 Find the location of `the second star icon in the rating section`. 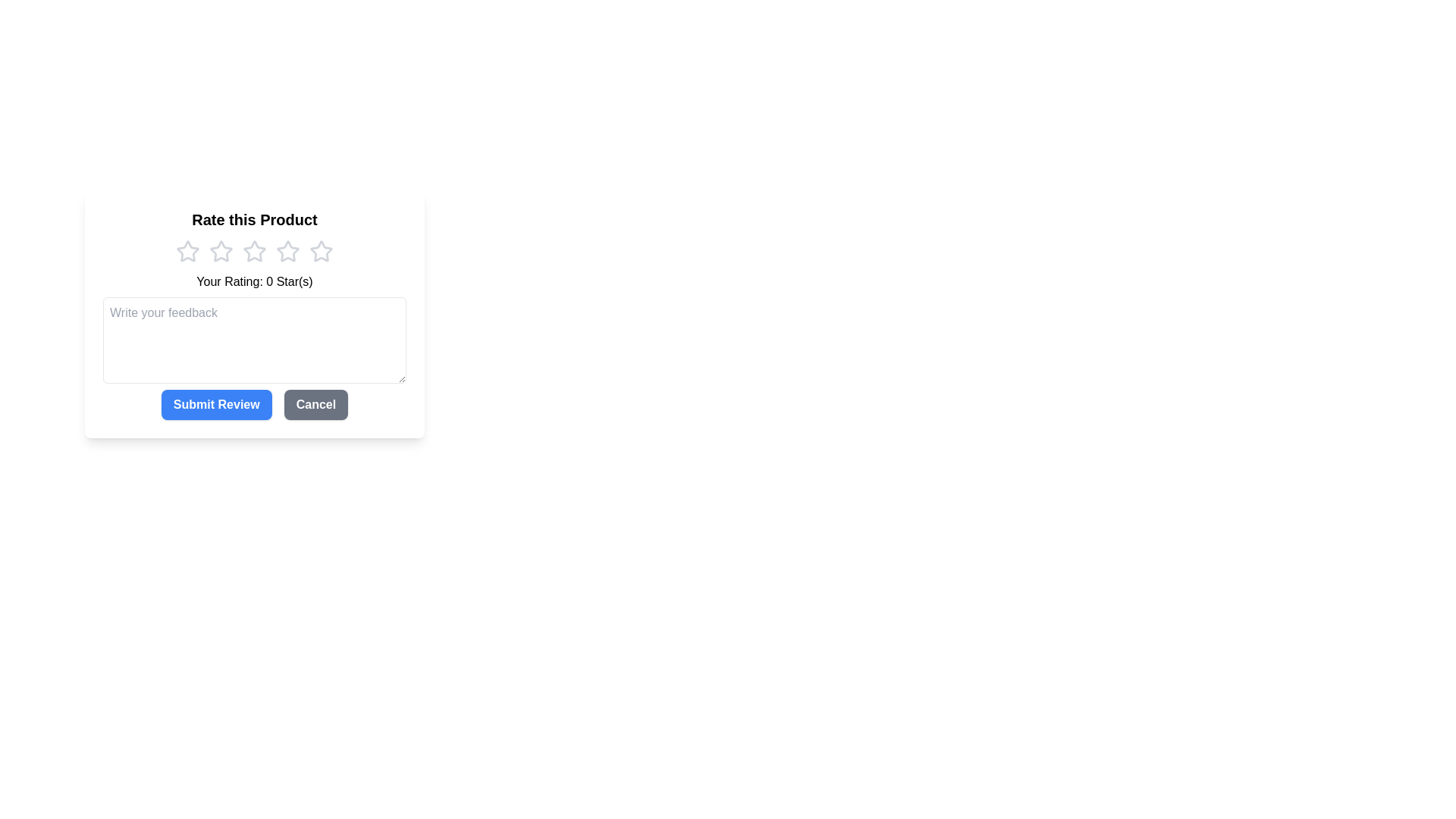

the second star icon in the rating section is located at coordinates (221, 250).